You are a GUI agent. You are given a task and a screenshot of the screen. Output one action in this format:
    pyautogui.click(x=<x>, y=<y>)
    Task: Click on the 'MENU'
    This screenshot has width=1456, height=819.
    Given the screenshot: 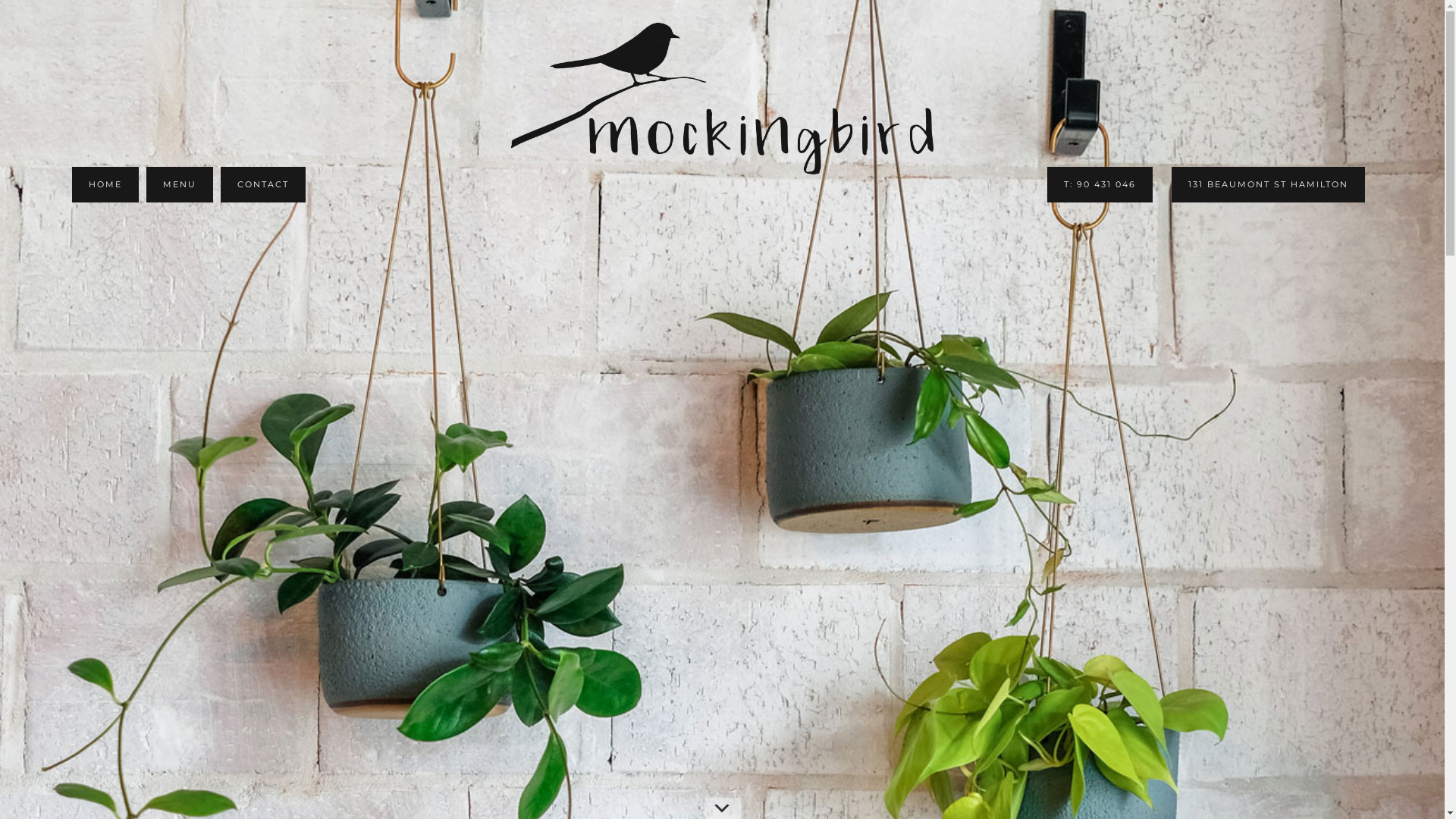 What is the action you would take?
    pyautogui.click(x=179, y=184)
    